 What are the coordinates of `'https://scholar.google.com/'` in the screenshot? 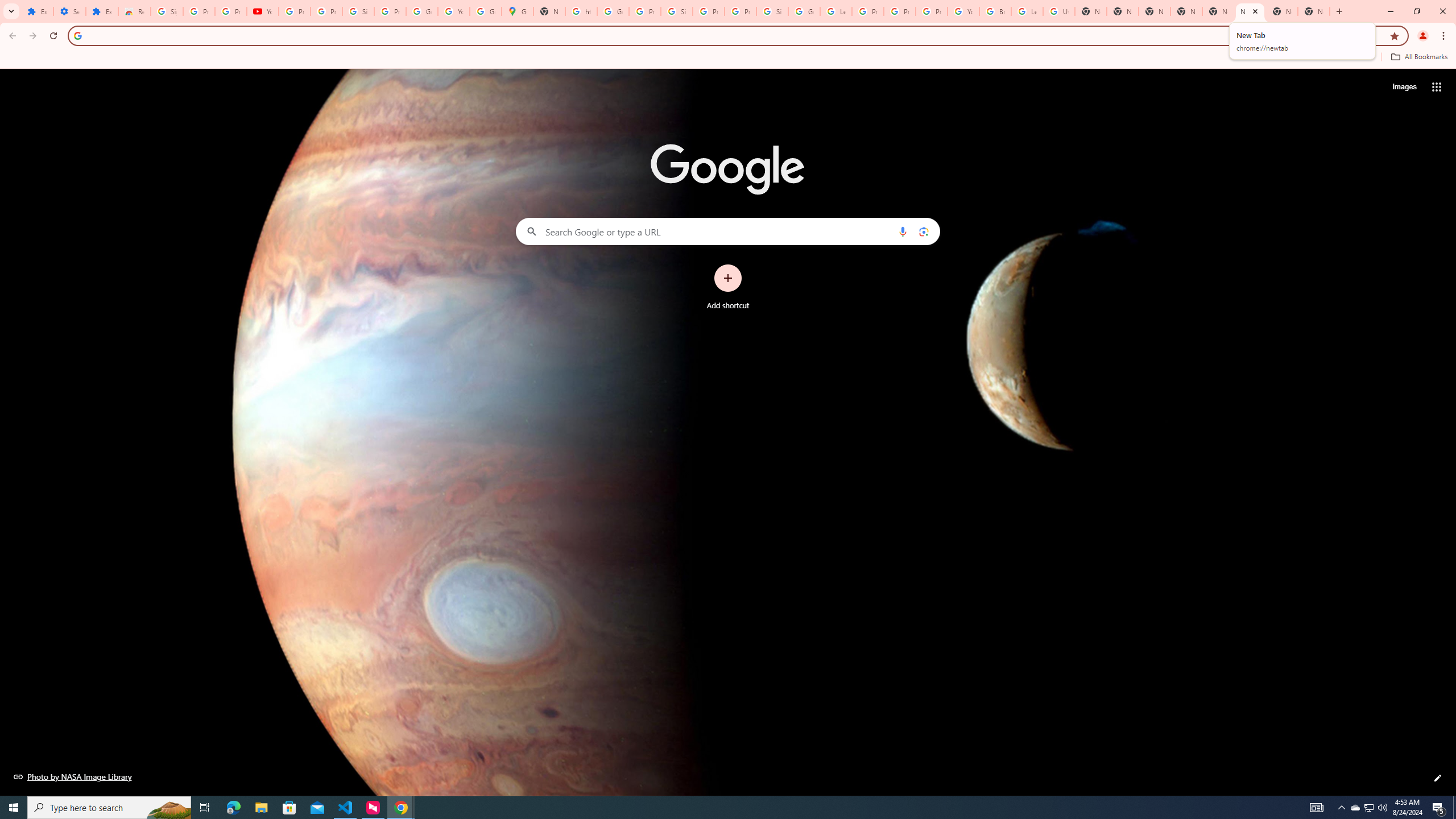 It's located at (581, 11).